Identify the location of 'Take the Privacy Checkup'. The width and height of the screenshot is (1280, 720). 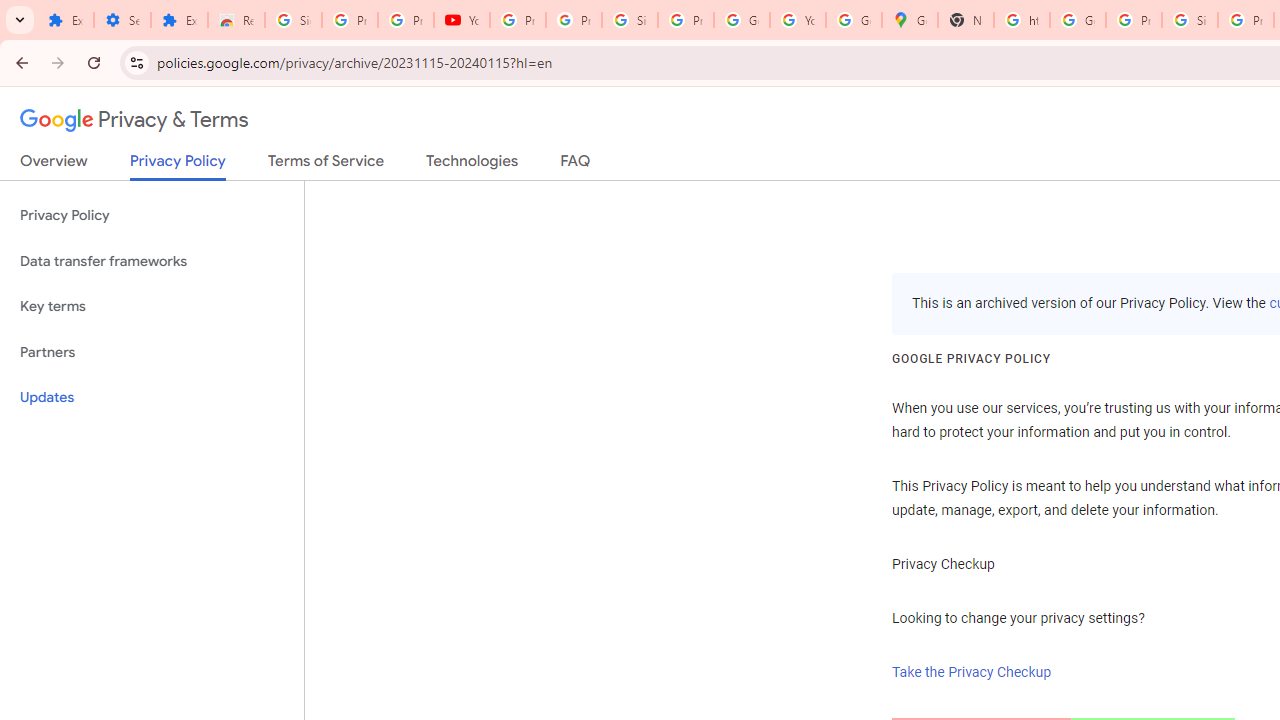
(972, 672).